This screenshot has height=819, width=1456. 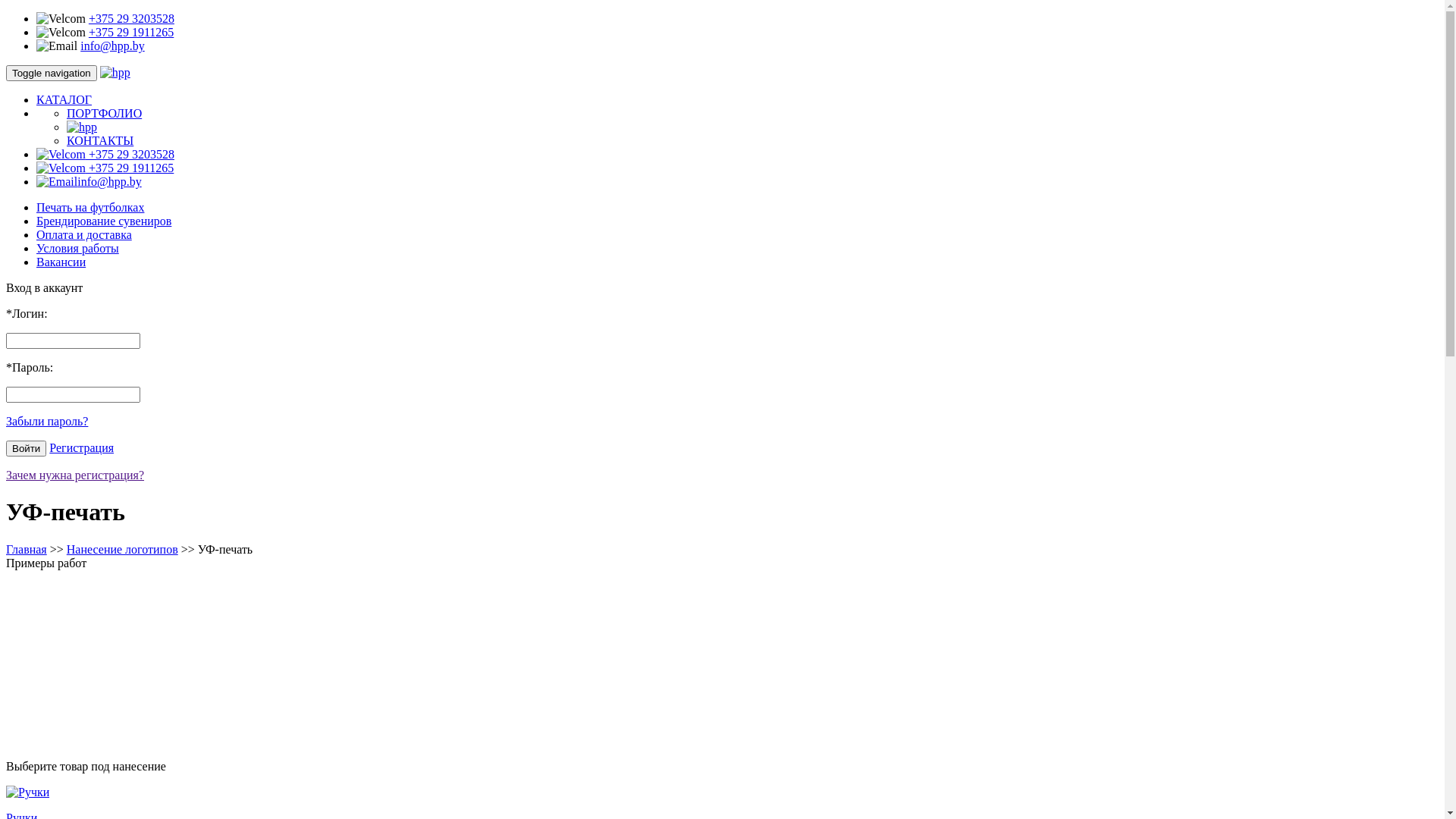 I want to click on 'info@hpp.by', so click(x=79, y=45).